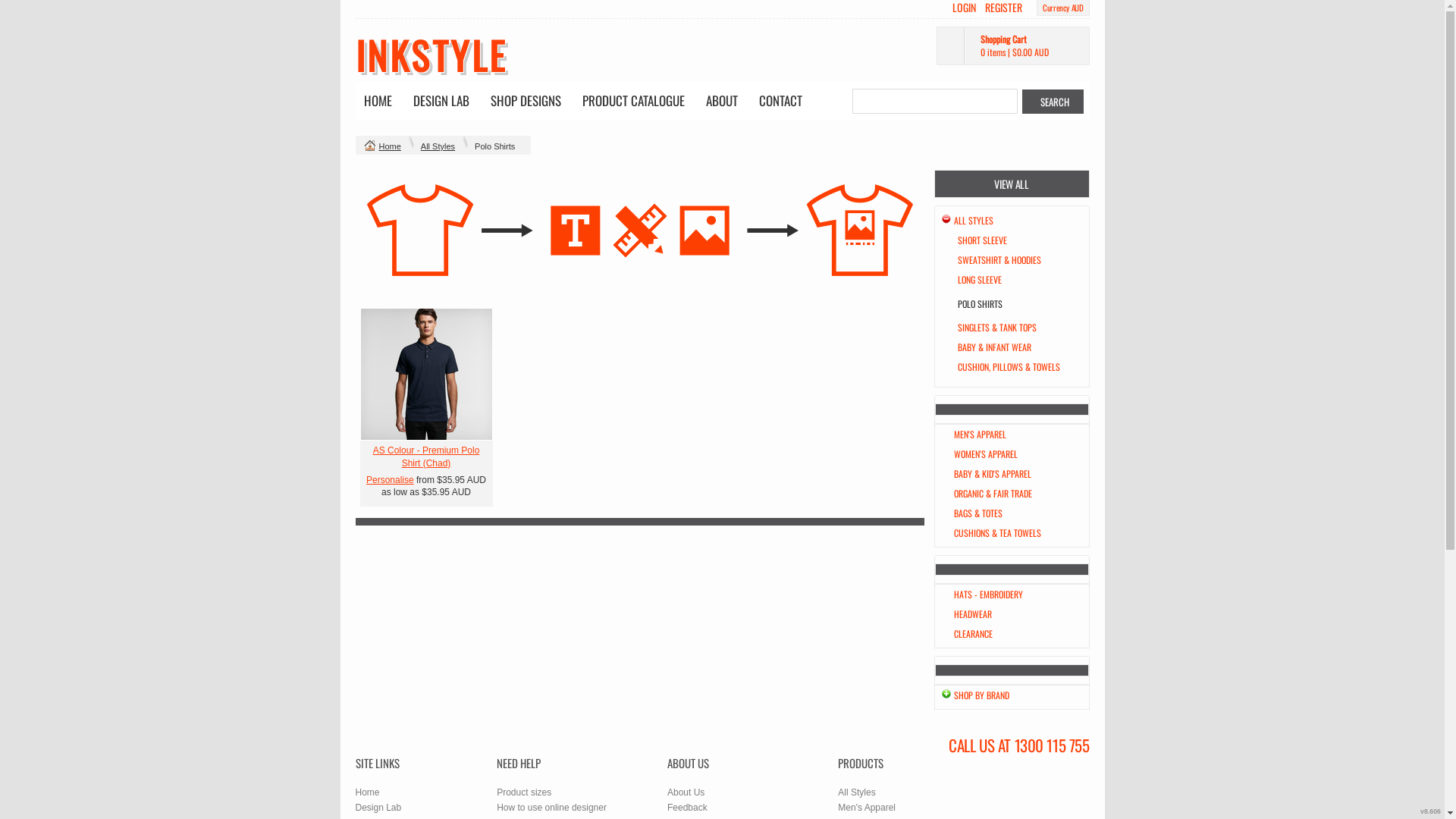  I want to click on 'Feedback', so click(686, 806).